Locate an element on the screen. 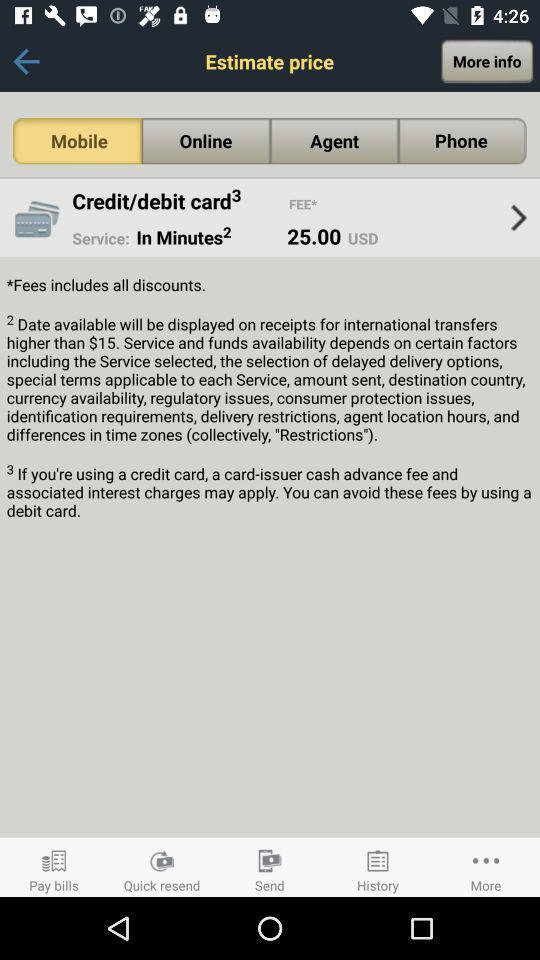 The image size is (540, 960). the item above phone is located at coordinates (486, 61).